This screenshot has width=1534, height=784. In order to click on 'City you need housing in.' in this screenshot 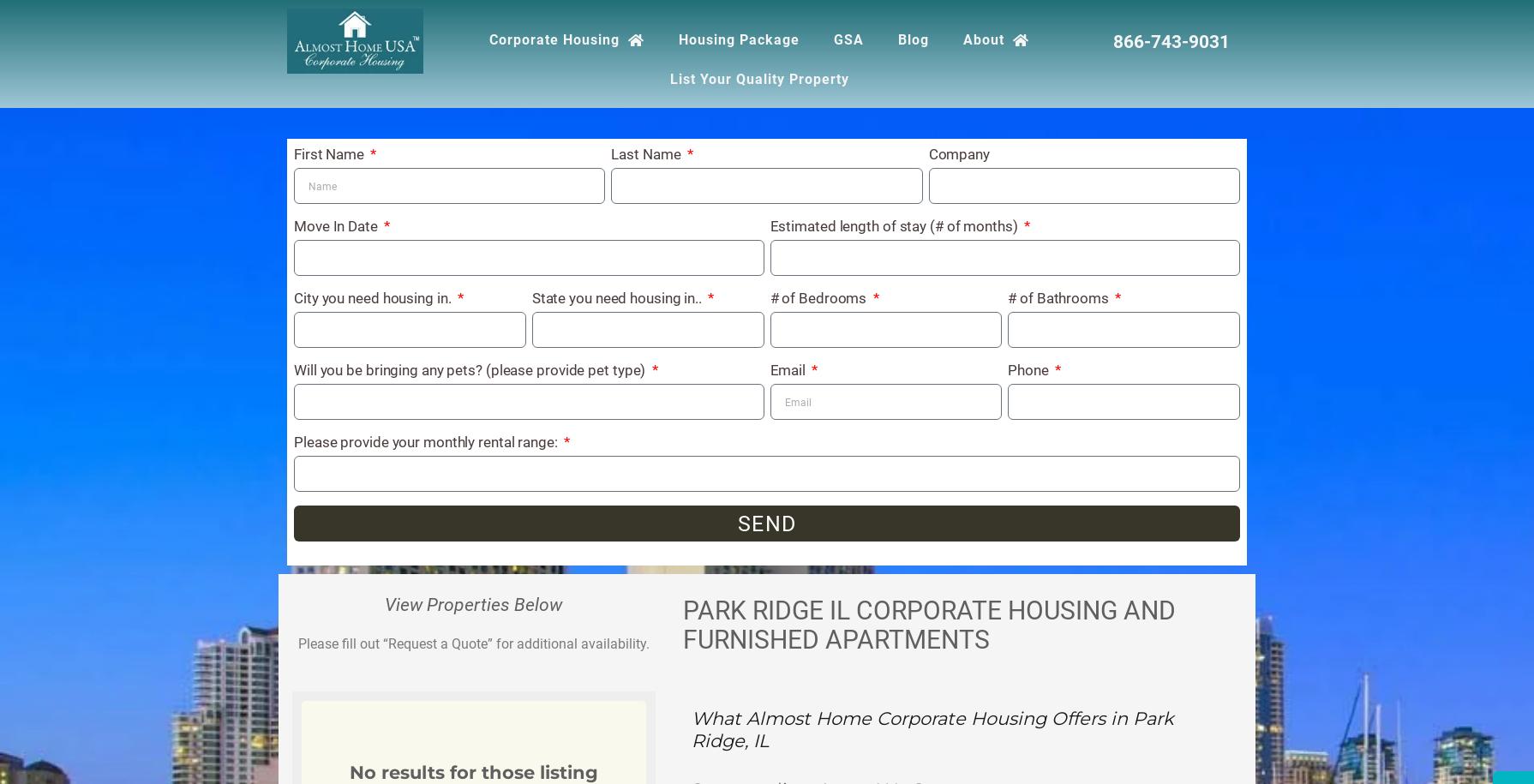, I will do `click(374, 297)`.